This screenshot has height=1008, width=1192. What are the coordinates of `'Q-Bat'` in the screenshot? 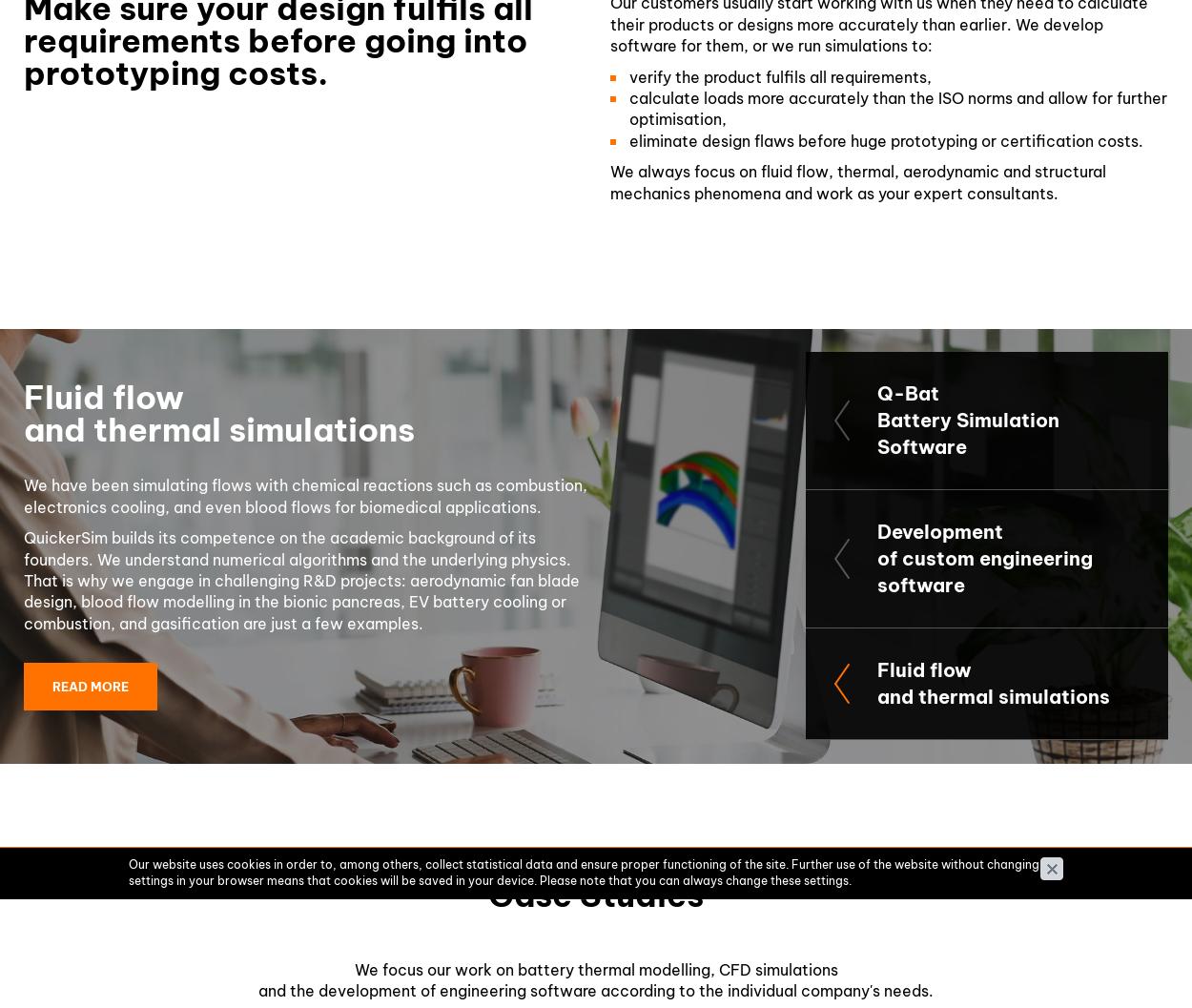 It's located at (907, 392).